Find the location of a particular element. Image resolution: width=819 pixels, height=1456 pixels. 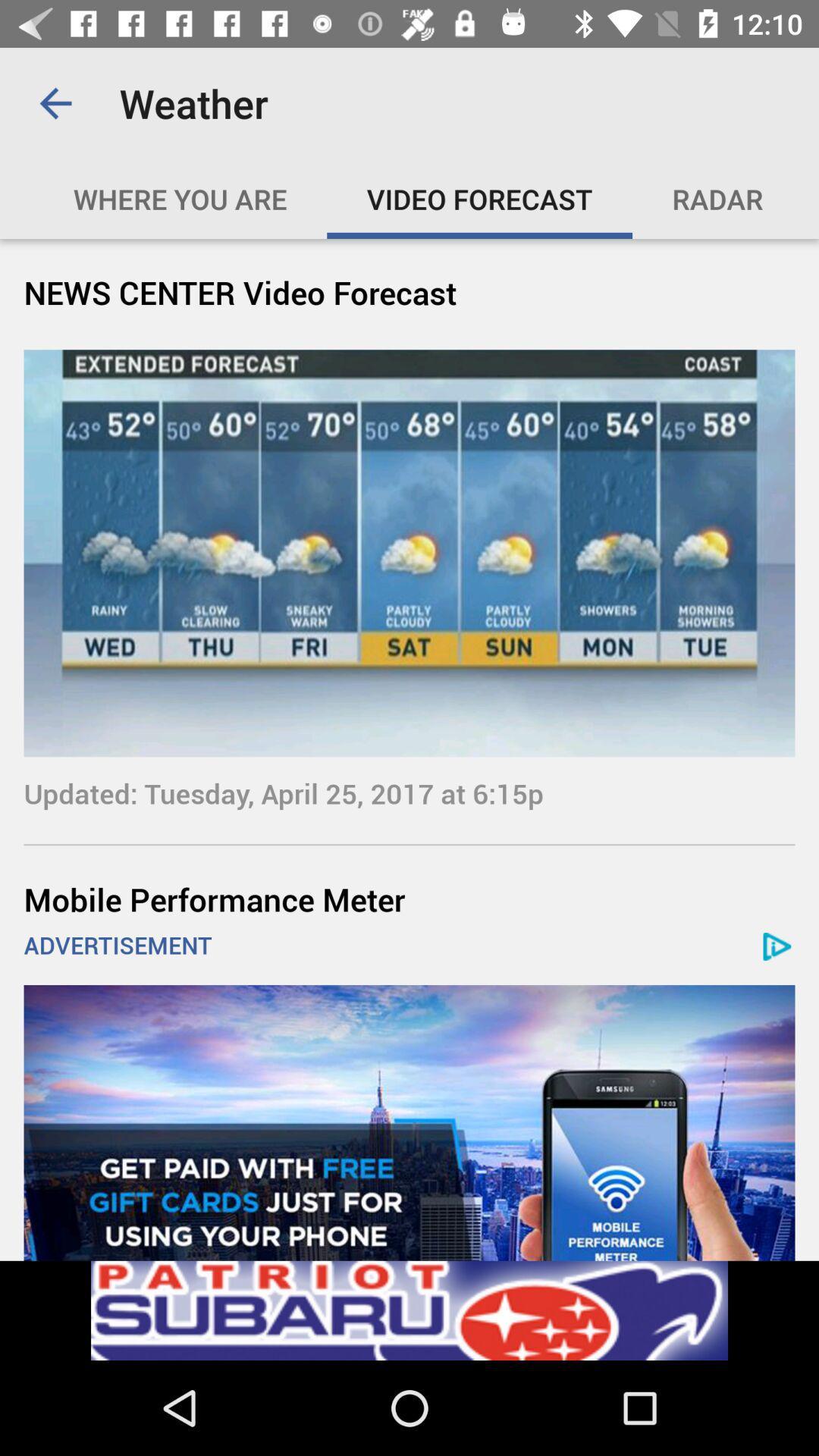

the text above advertisement is located at coordinates (409, 899).